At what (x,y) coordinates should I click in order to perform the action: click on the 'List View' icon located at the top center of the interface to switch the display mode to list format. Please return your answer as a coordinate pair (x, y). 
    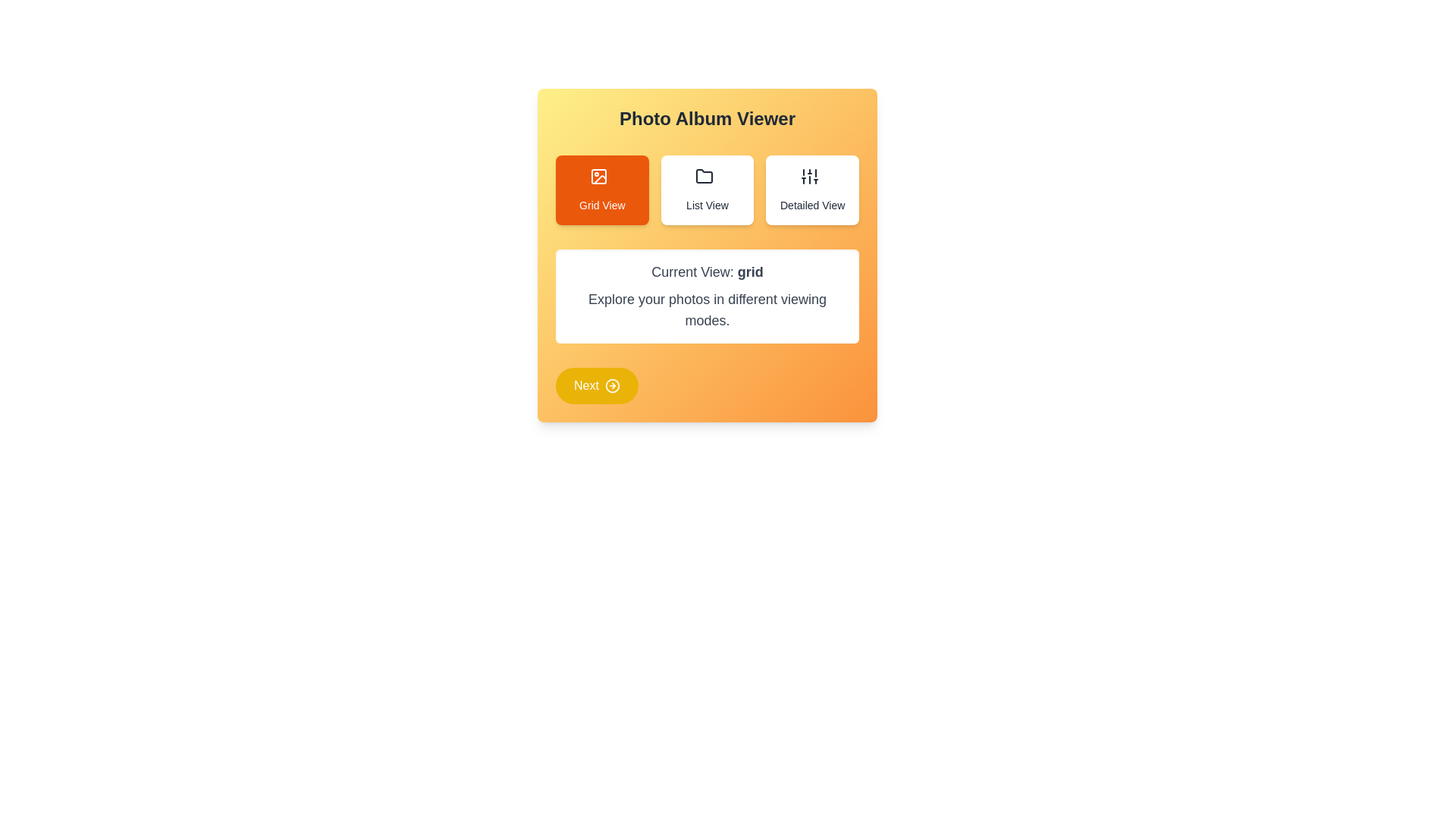
    Looking at the image, I should click on (704, 175).